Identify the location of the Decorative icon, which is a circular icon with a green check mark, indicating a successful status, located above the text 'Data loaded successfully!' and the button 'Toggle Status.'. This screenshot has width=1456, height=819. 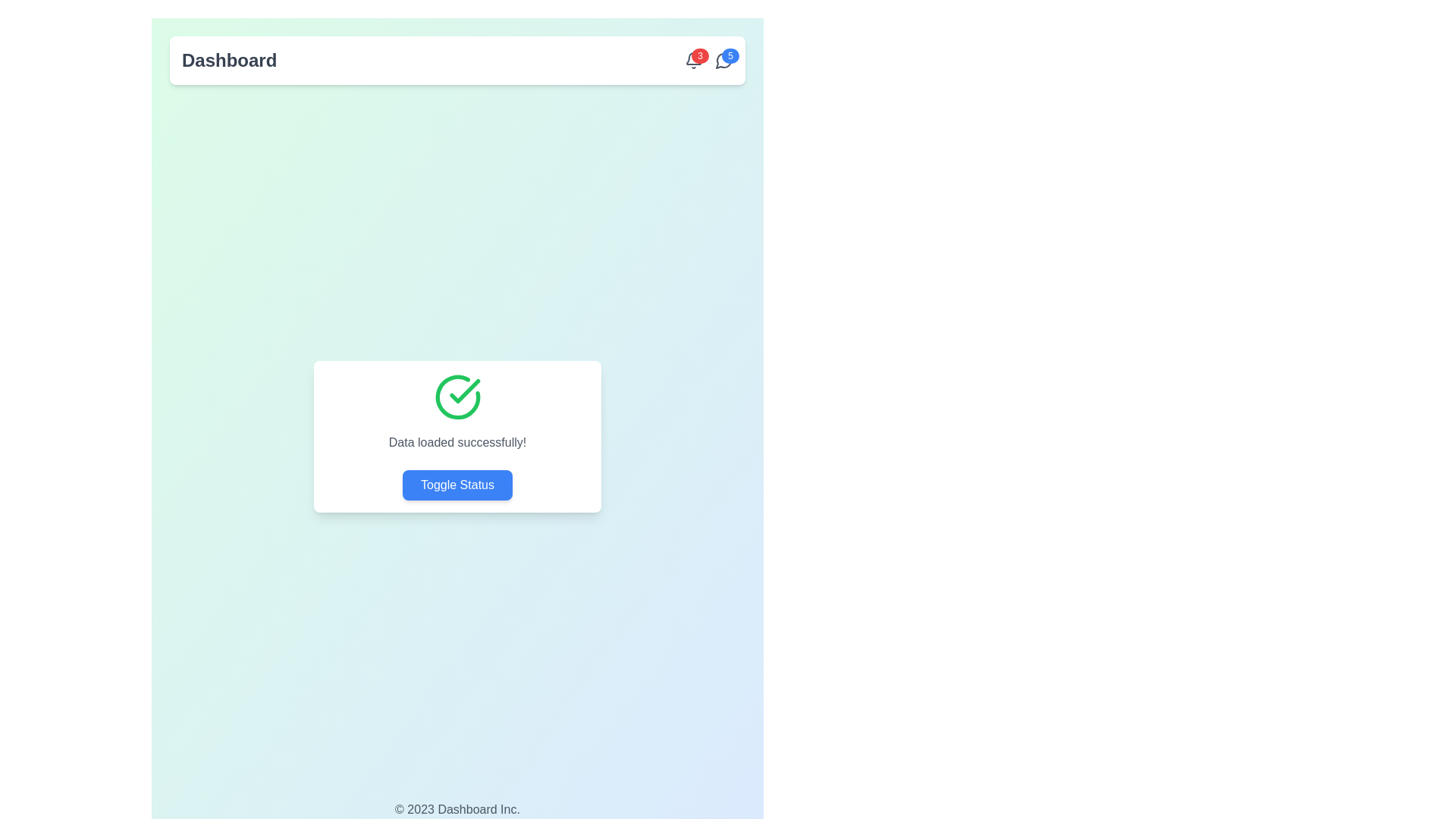
(457, 397).